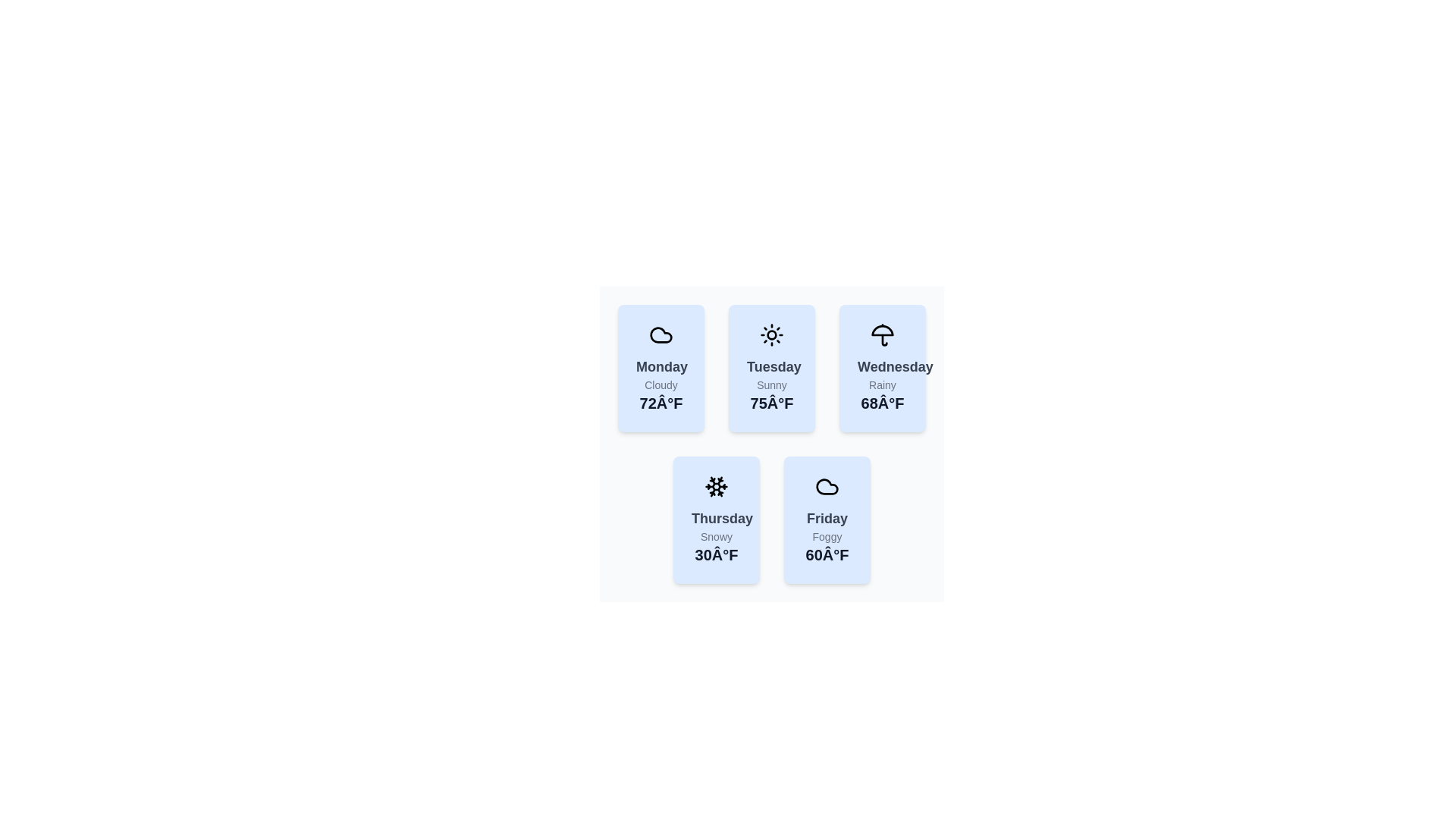 The width and height of the screenshot is (1456, 819). What do you see at coordinates (771, 334) in the screenshot?
I see `the sun icon, which is a simplified line-art styled icon with a circular center and radial lines, located in the Tuesday card of a 5-card grid layout for additional weather information` at bounding box center [771, 334].